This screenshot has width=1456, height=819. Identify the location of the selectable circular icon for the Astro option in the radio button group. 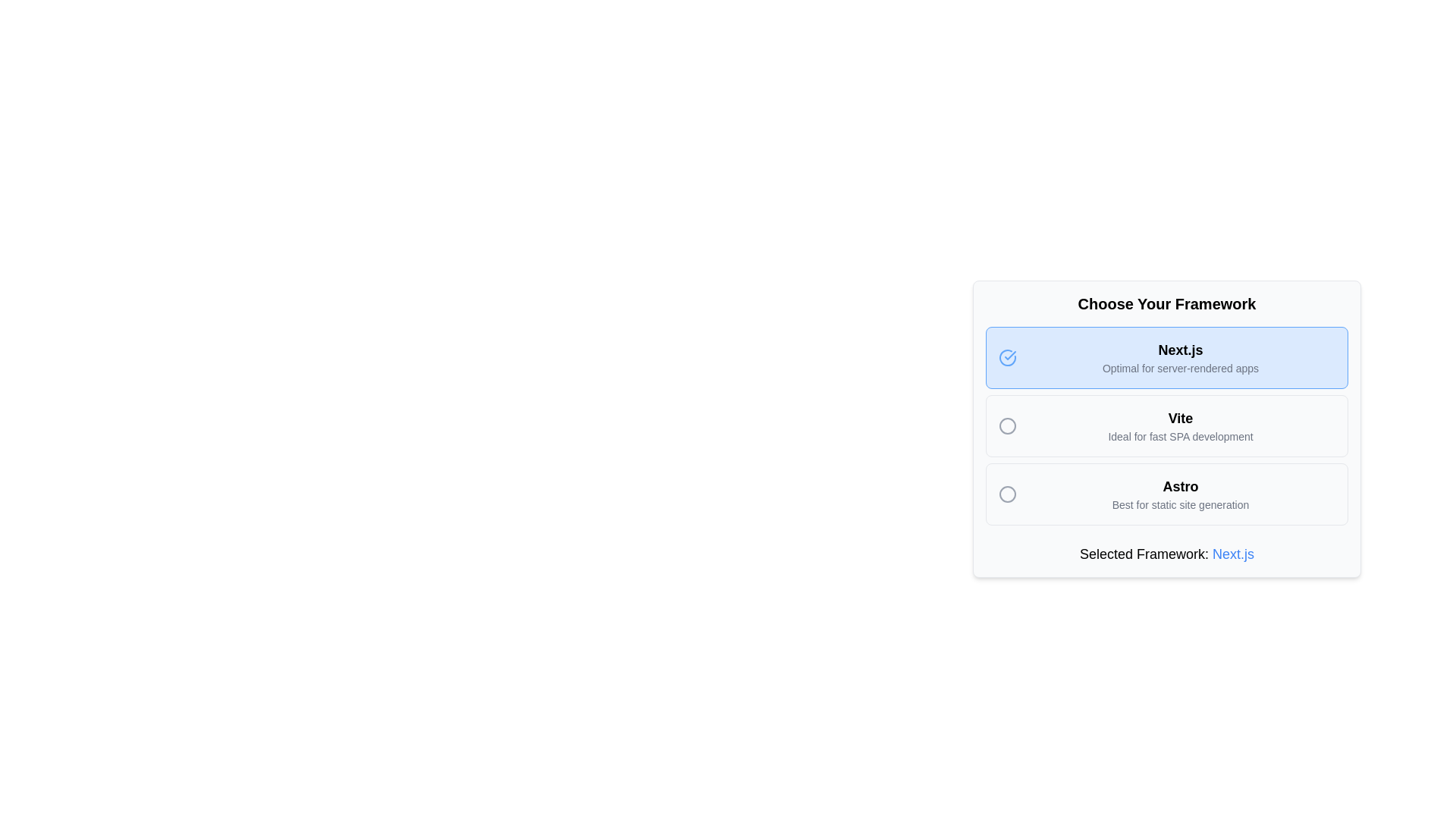
(1008, 494).